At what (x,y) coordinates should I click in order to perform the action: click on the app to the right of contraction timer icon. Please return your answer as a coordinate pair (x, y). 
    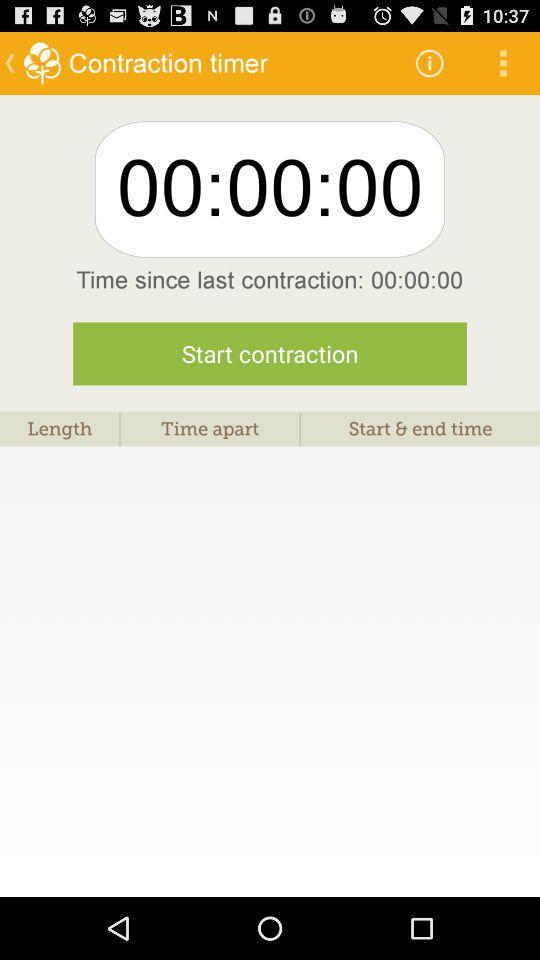
    Looking at the image, I should click on (428, 62).